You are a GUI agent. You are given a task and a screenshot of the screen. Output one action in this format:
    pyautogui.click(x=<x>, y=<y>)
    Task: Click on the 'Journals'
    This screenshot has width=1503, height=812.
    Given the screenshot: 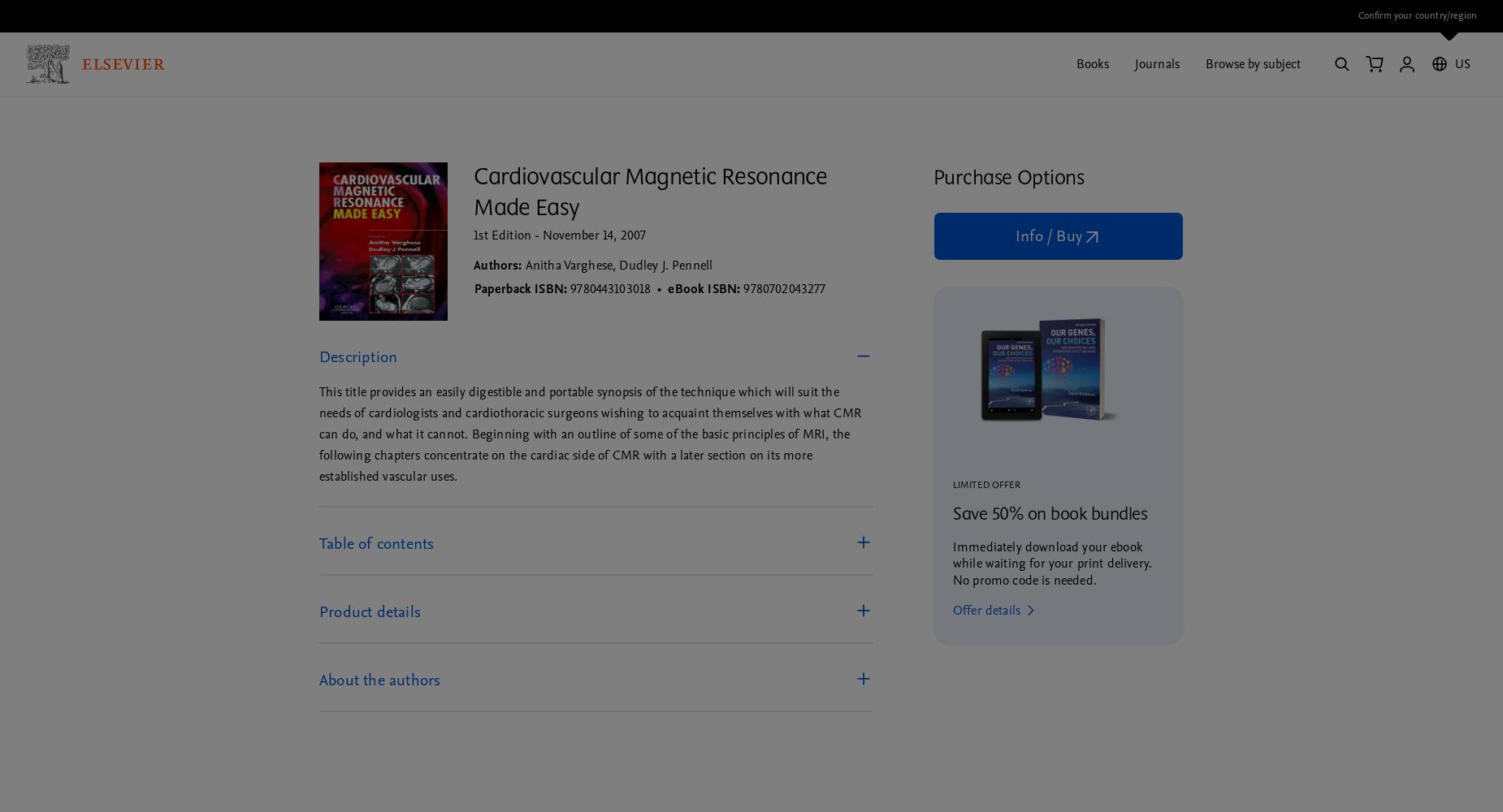 What is the action you would take?
    pyautogui.click(x=1156, y=63)
    